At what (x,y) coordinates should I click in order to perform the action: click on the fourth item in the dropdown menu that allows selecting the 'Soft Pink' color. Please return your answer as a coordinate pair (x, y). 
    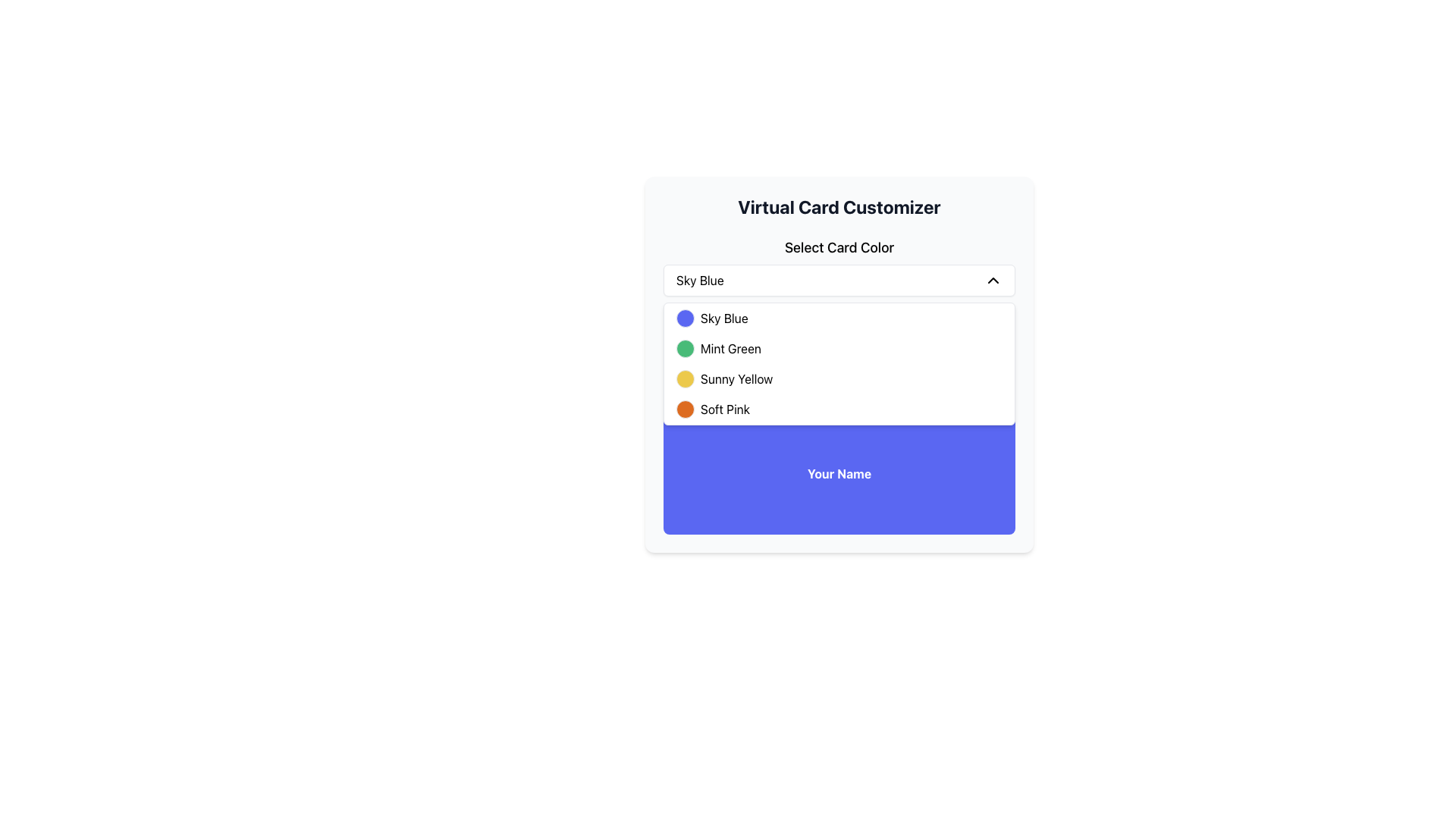
    Looking at the image, I should click on (839, 409).